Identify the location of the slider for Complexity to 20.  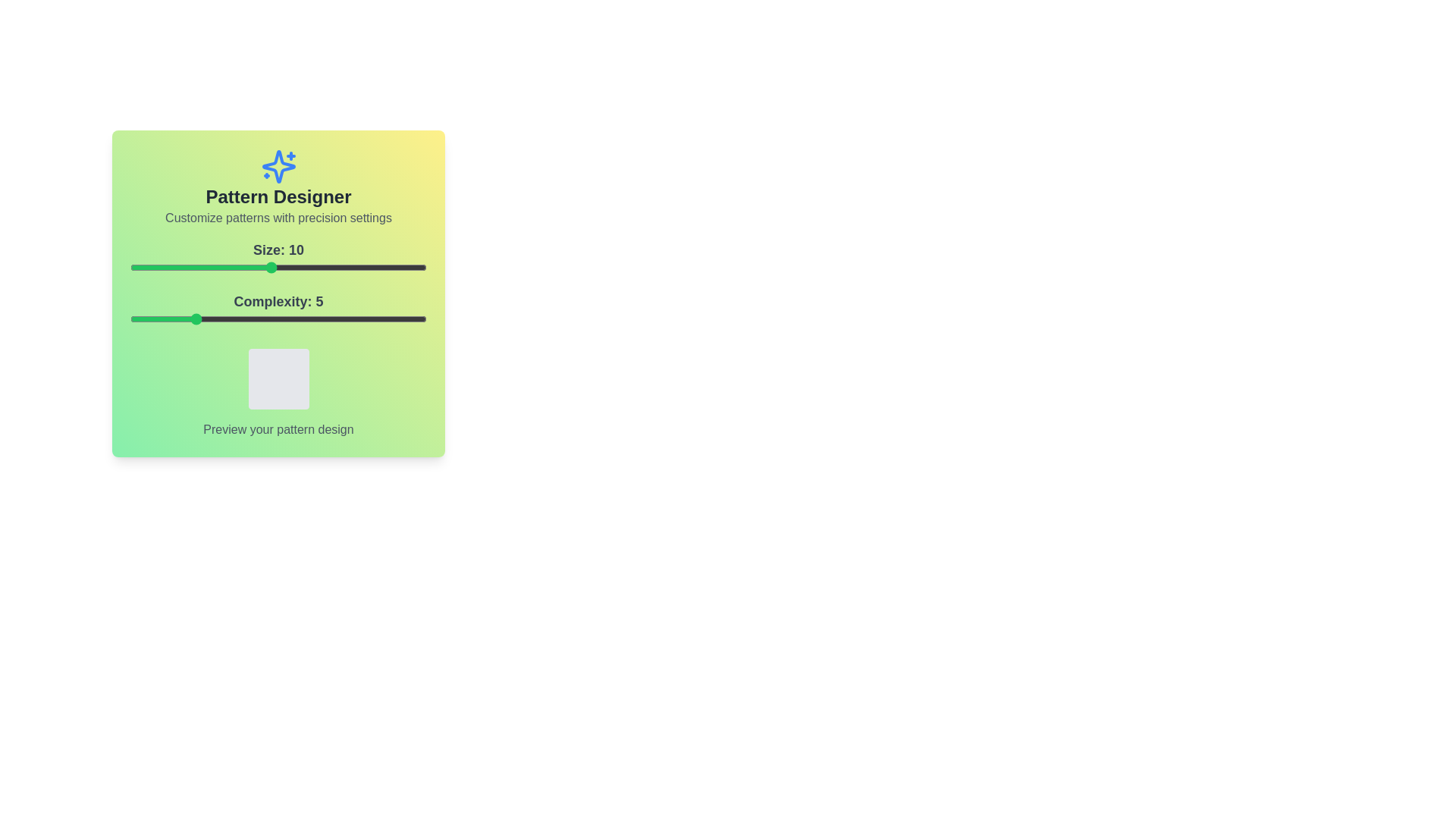
(425, 318).